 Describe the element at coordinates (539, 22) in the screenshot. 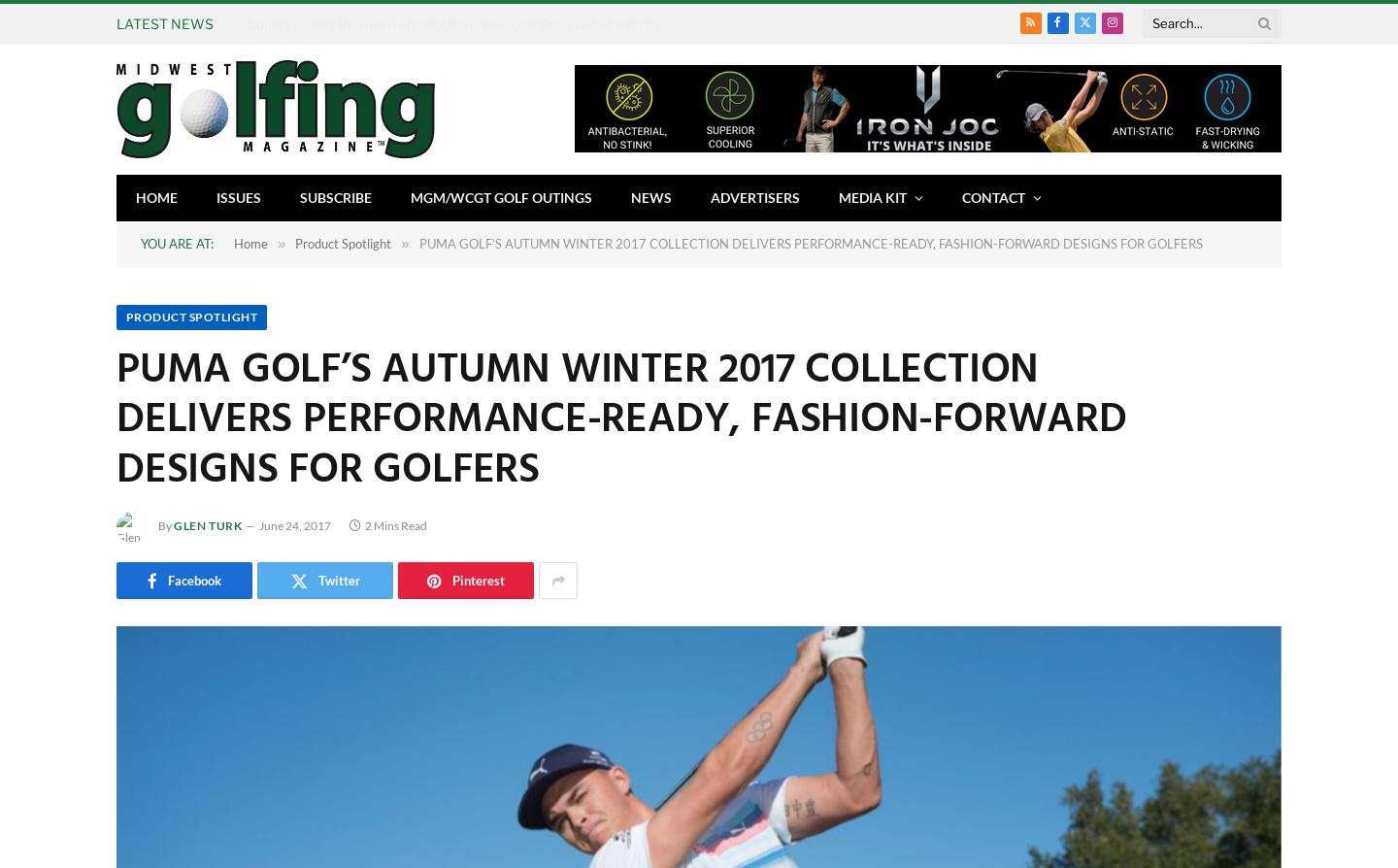

I see `'SuperStroke’s Premium-Quality Pantheon Golf Bags Debut with Stand, Hybrid and Cart Models'` at that location.